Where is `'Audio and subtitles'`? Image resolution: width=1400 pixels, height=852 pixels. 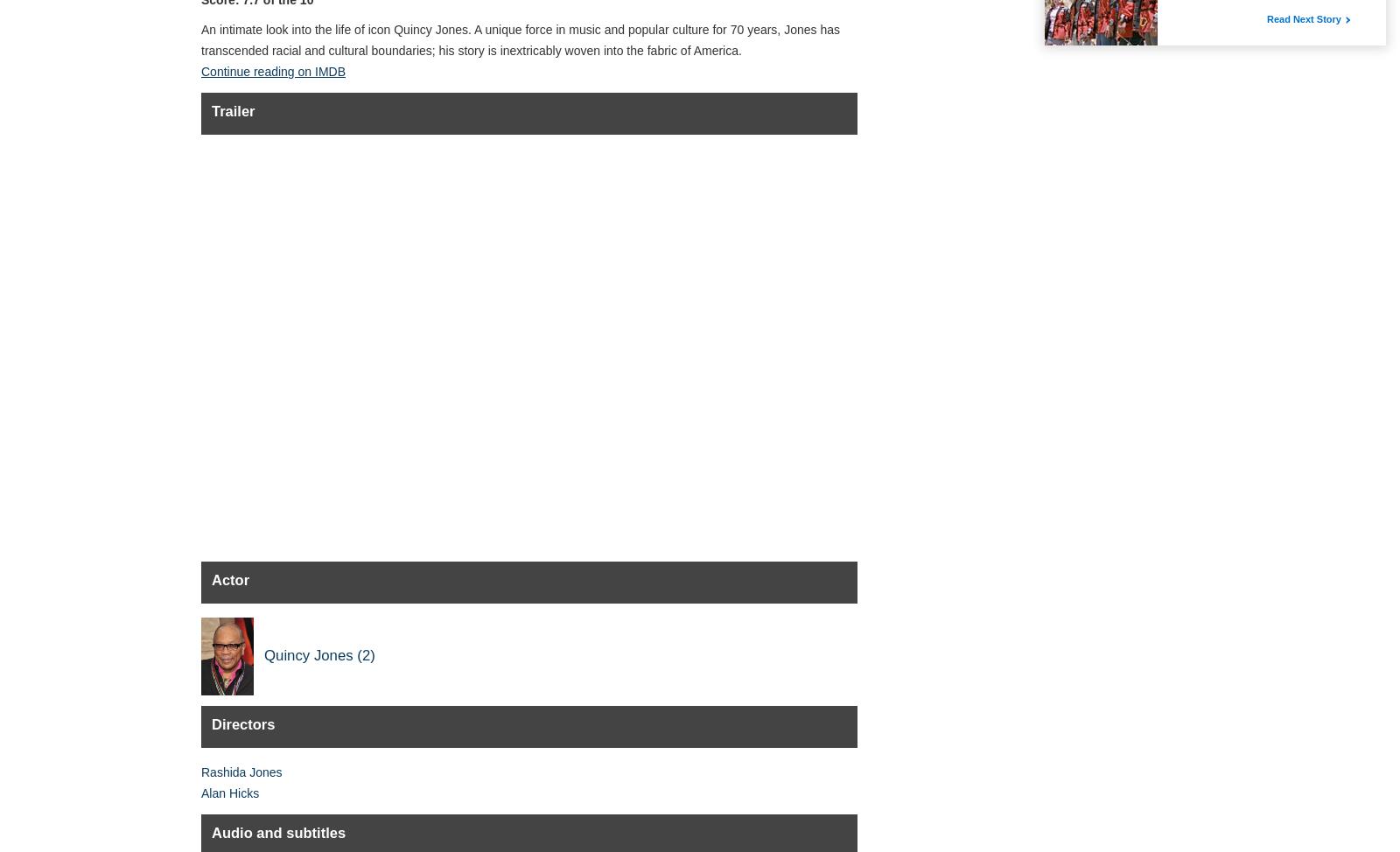 'Audio and subtitles' is located at coordinates (278, 831).